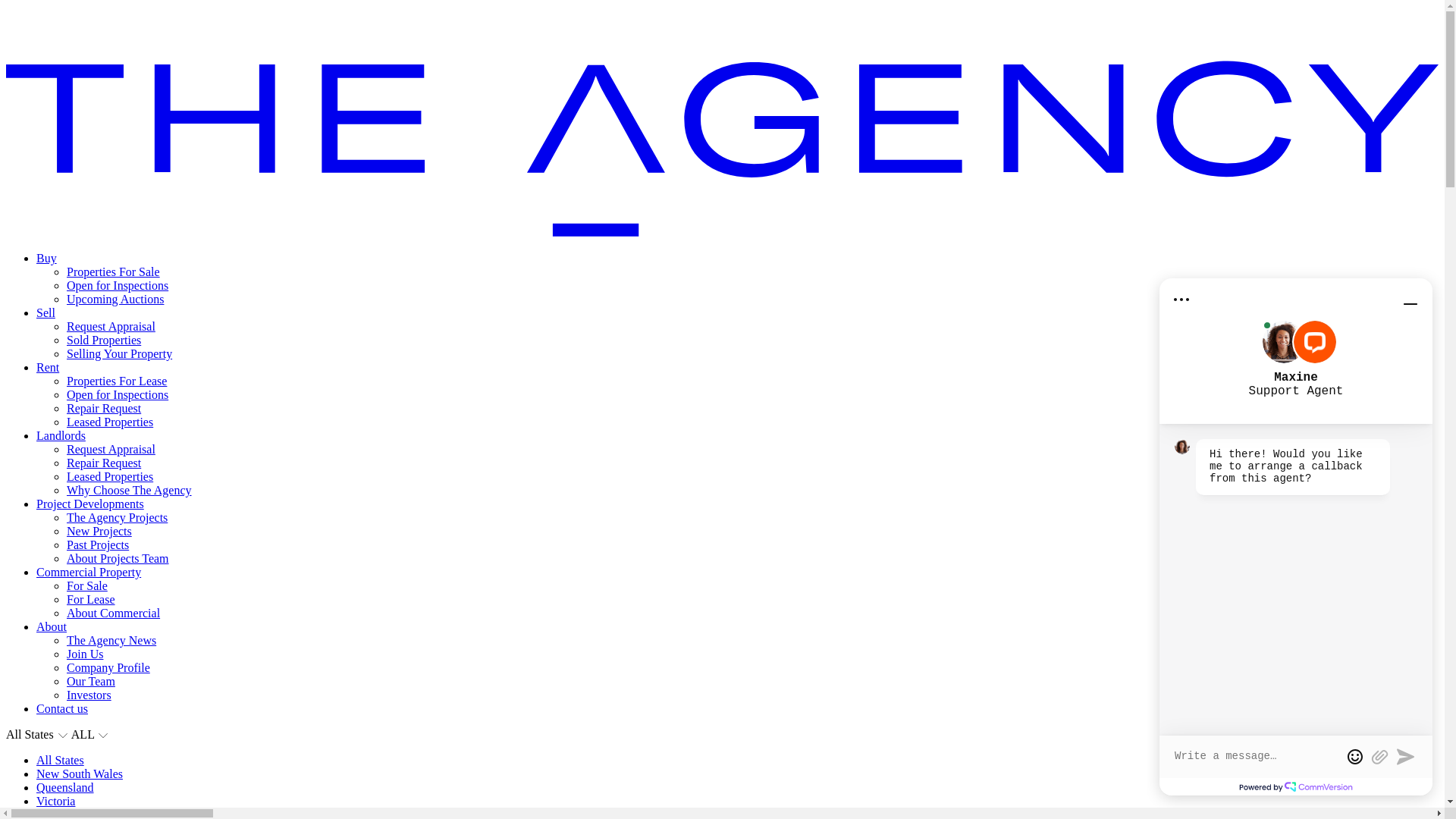 This screenshot has width=1456, height=819. I want to click on 'About Commercial', so click(65, 612).